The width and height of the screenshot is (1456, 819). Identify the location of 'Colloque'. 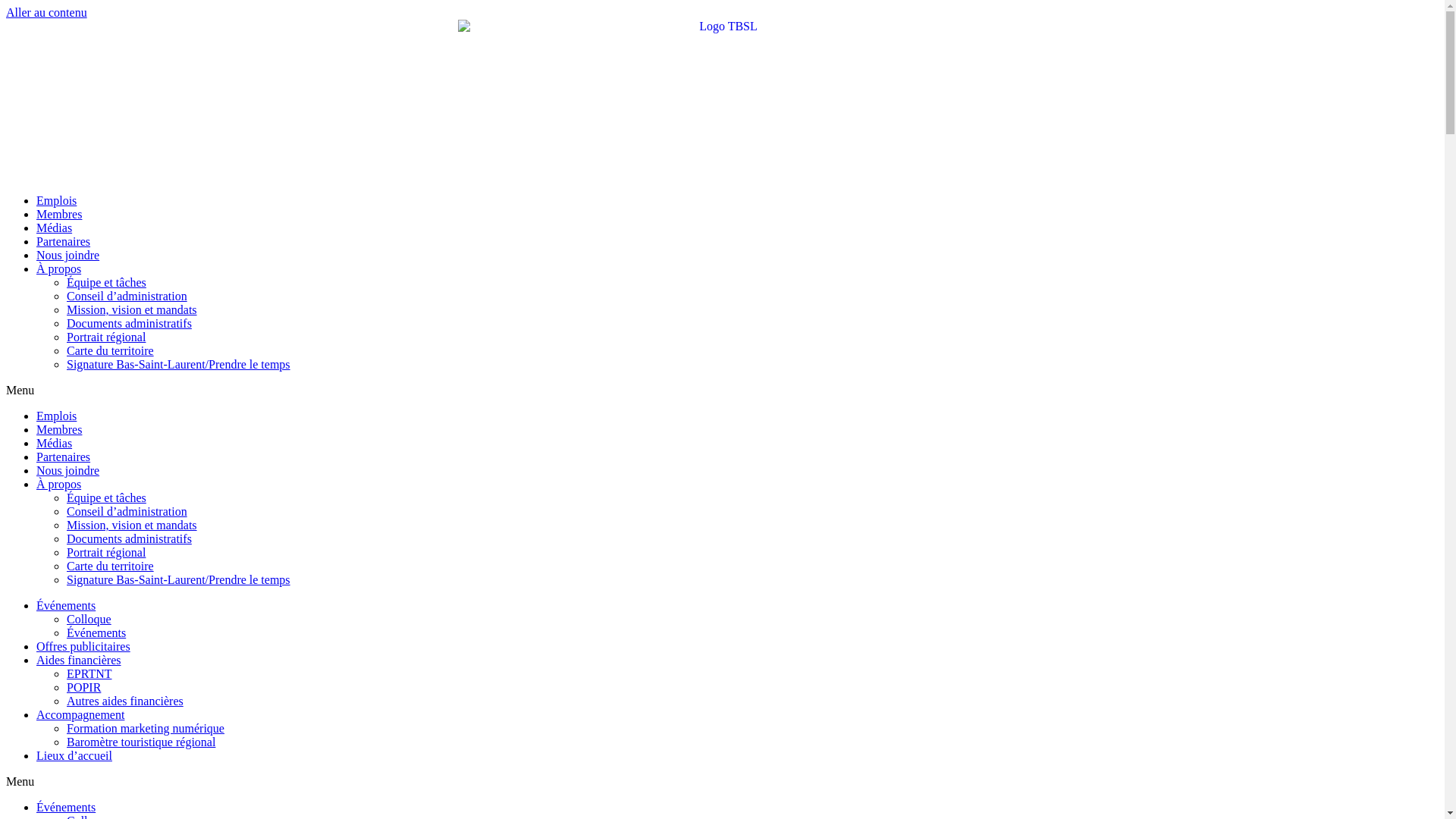
(88, 619).